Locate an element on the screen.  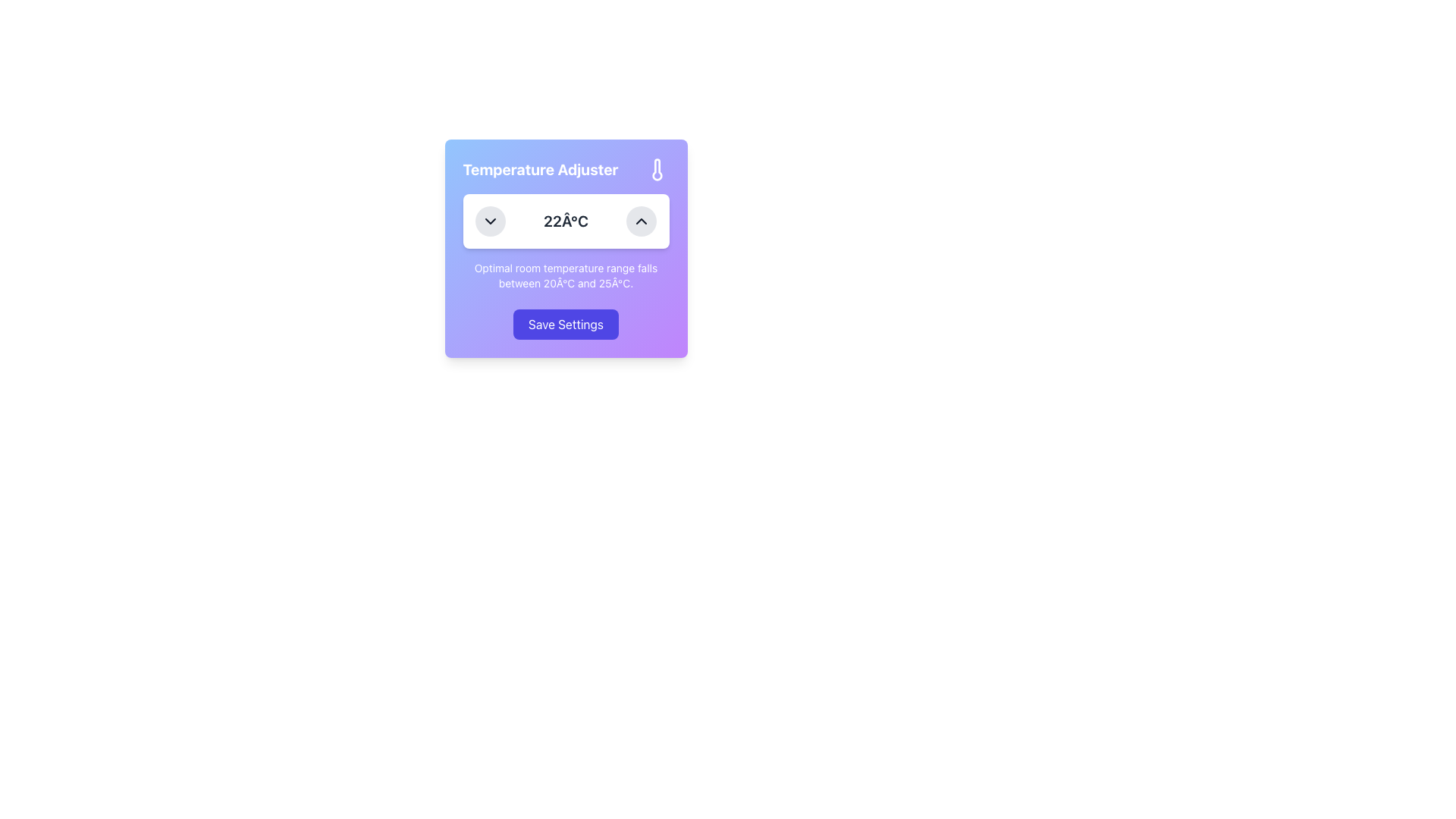
the leftmost circular button with a gray background and a chevron-down icon to decrement the temperature is located at coordinates (490, 221).